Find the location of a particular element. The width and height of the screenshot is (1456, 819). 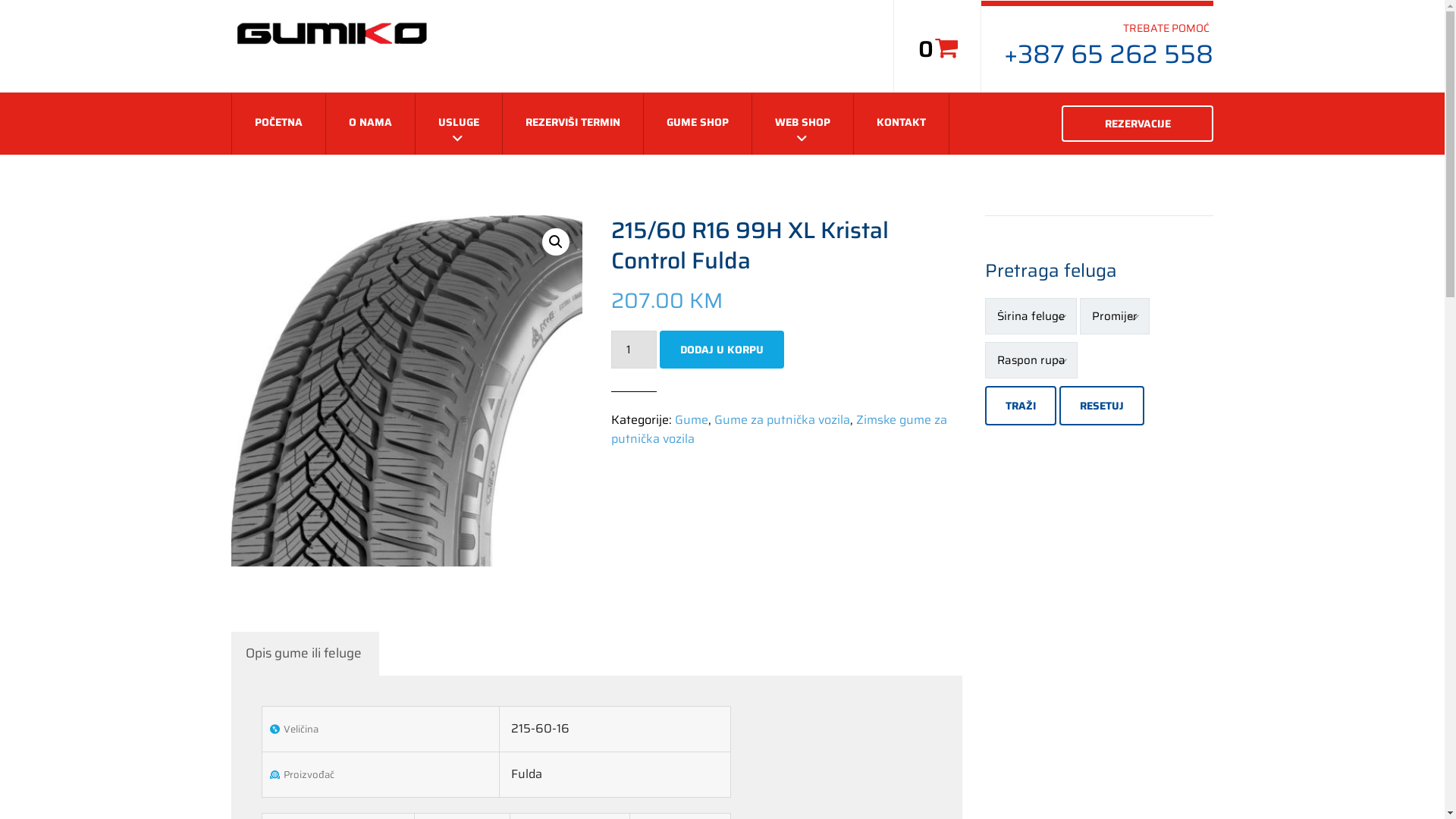

'WEB SHOP' is located at coordinates (801, 122).